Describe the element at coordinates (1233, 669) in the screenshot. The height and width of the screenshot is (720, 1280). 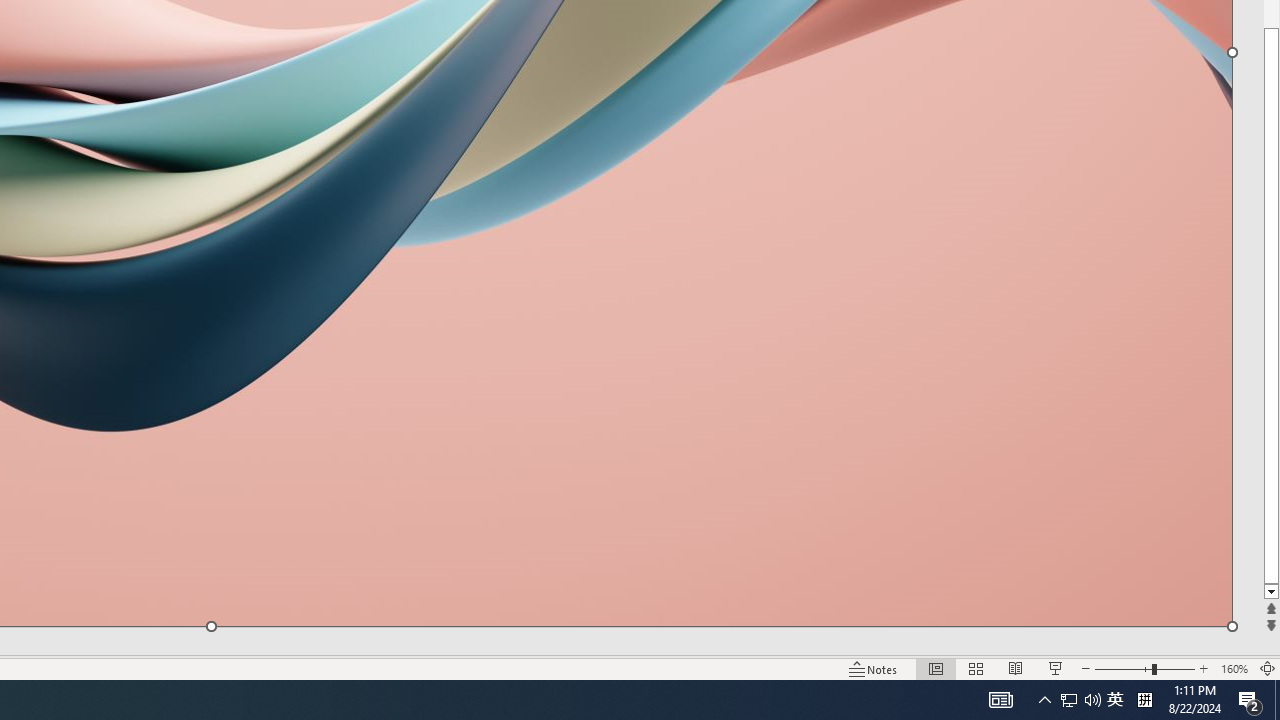
I see `'Zoom 160%'` at that location.